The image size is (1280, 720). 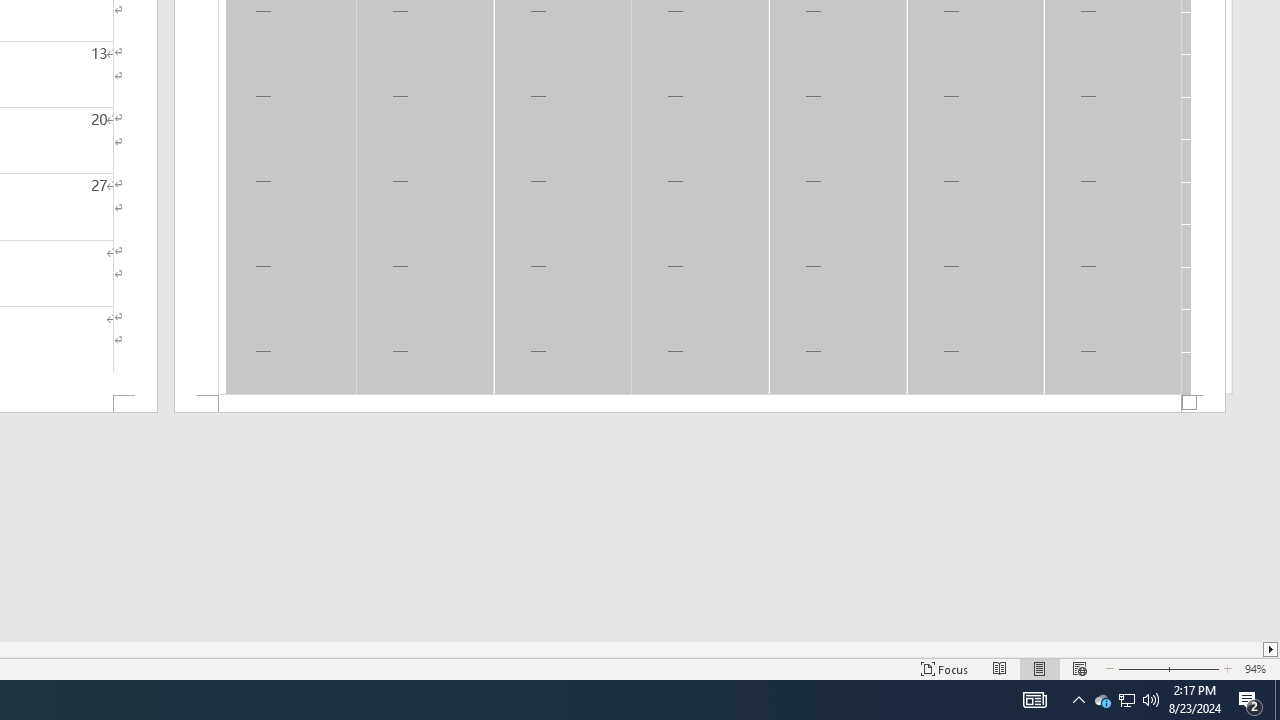 I want to click on 'Footer -Section 1-', so click(x=700, y=404).